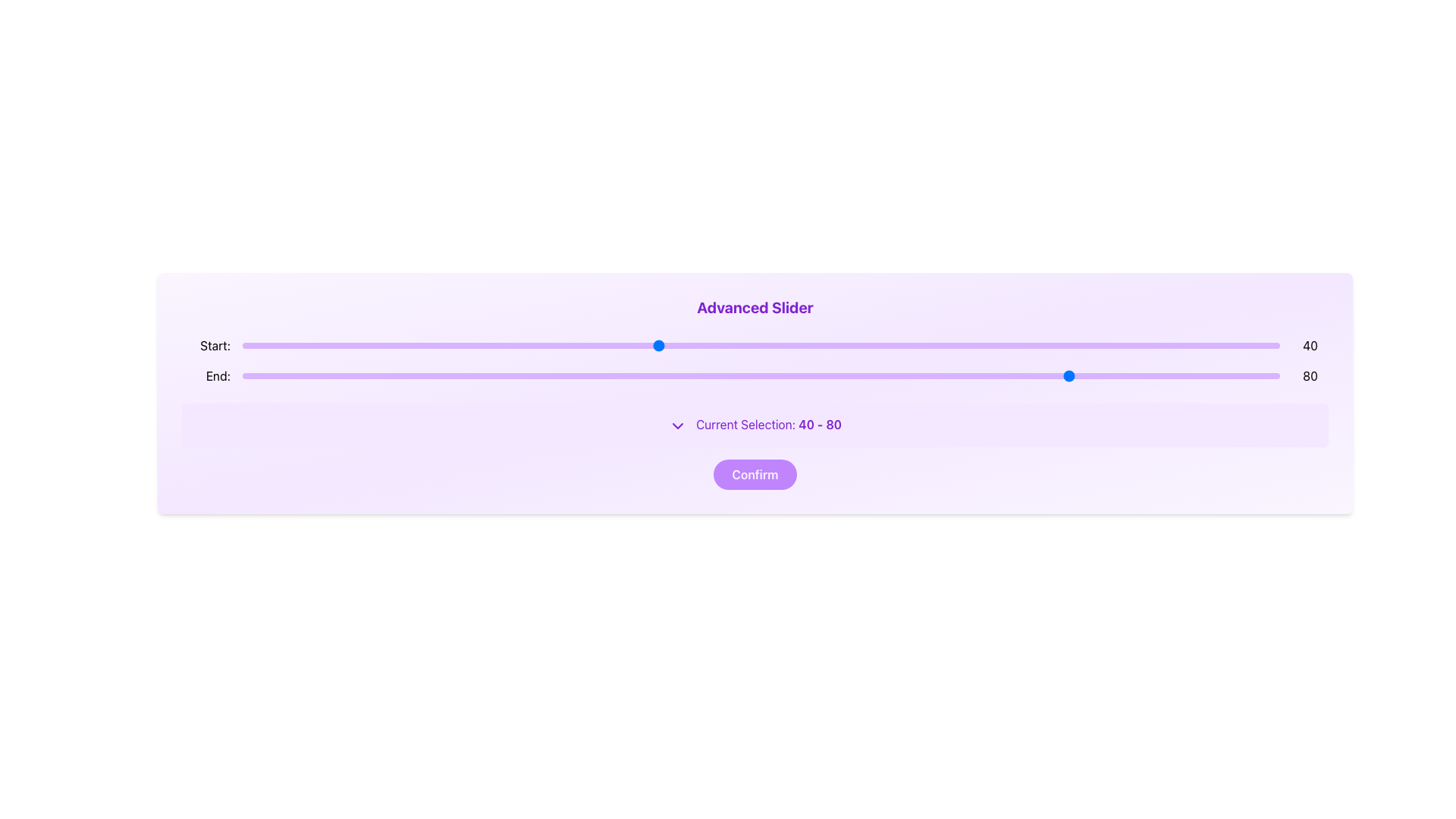 This screenshot has width=1456, height=819. Describe the element at coordinates (761, 375) in the screenshot. I see `the slider handle positioned at the center of the slider, which is currently set to a value of 80` at that location.